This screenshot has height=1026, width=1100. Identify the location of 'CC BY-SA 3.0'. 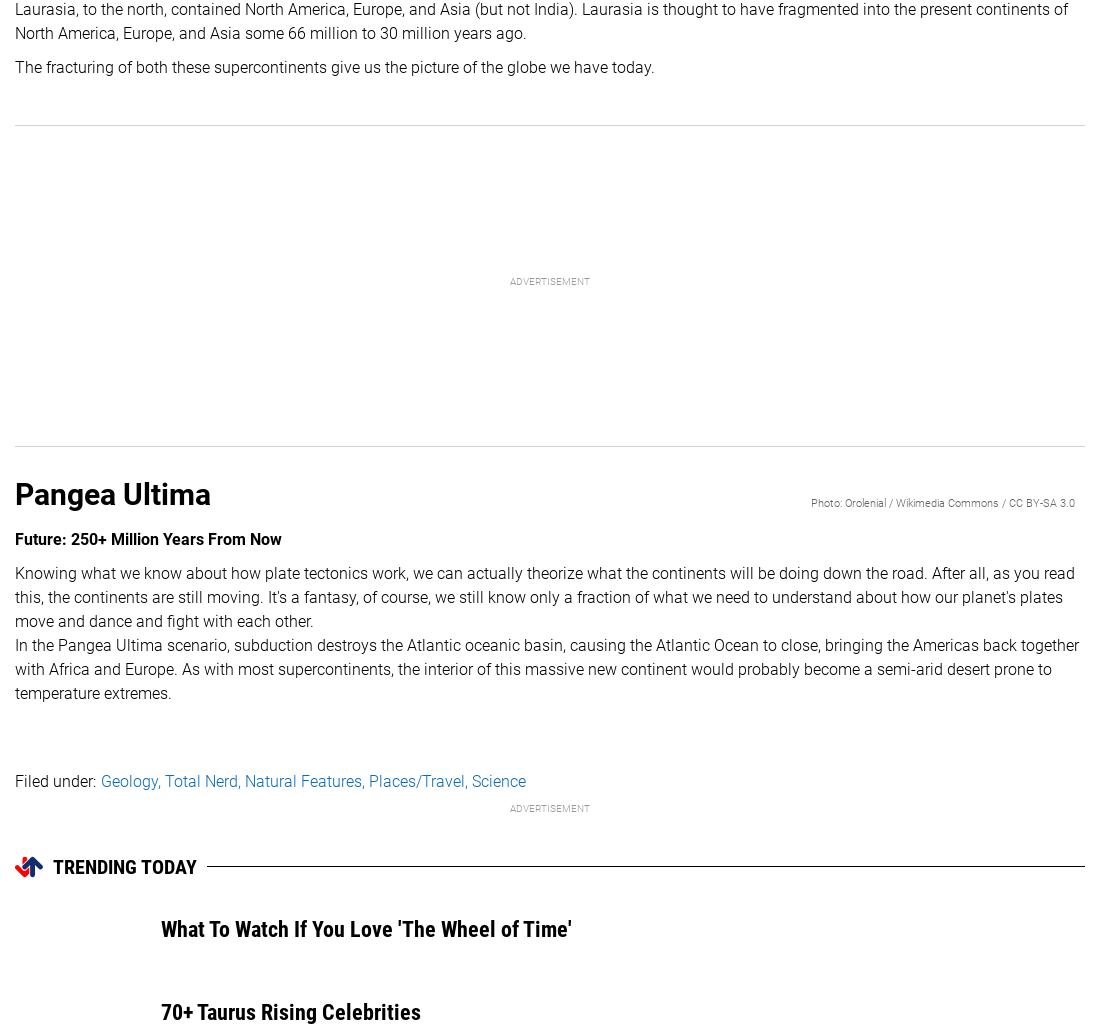
(1042, 501).